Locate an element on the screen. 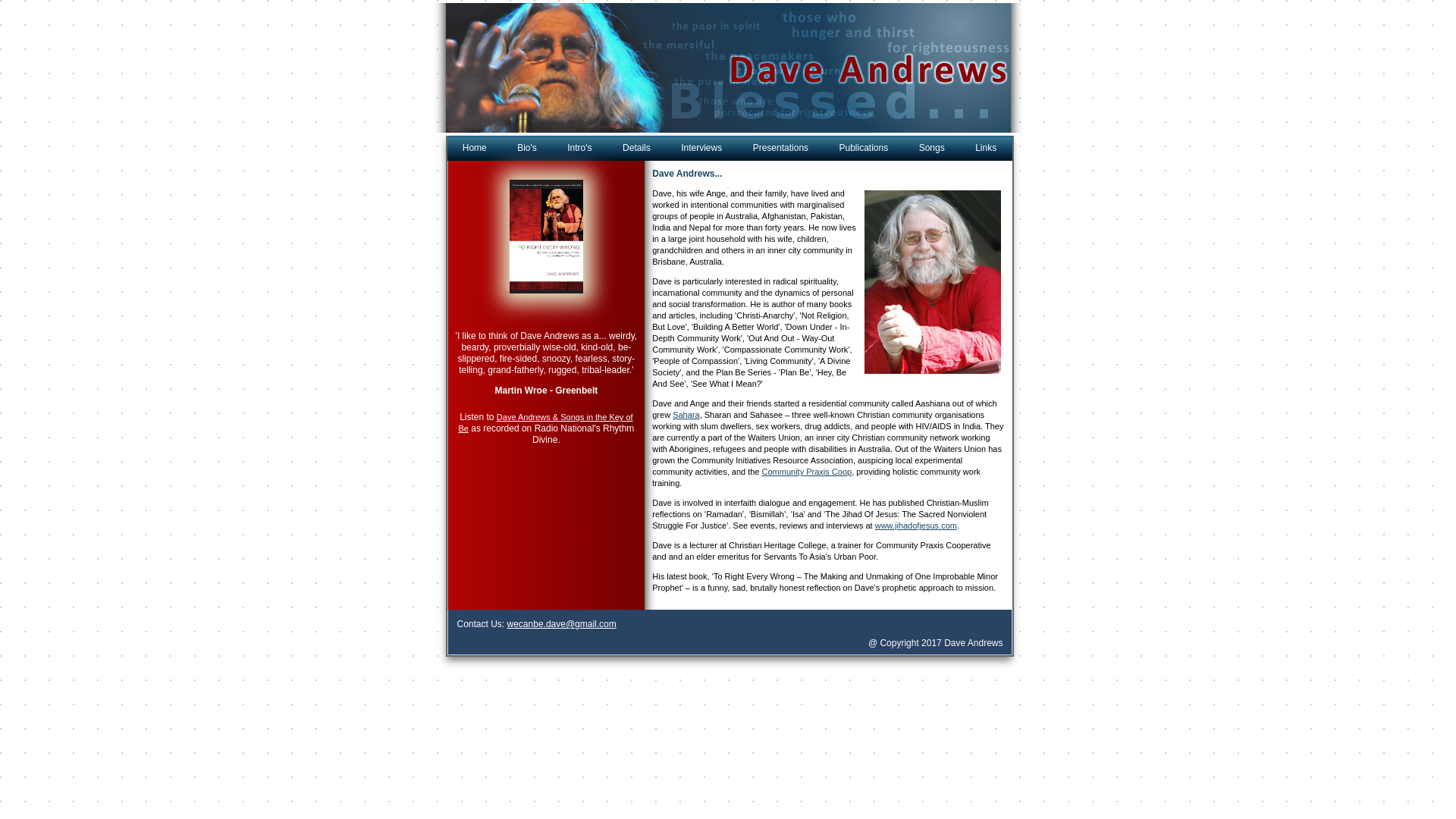 This screenshot has height=819, width=1456. 'Links' is located at coordinates (986, 148).